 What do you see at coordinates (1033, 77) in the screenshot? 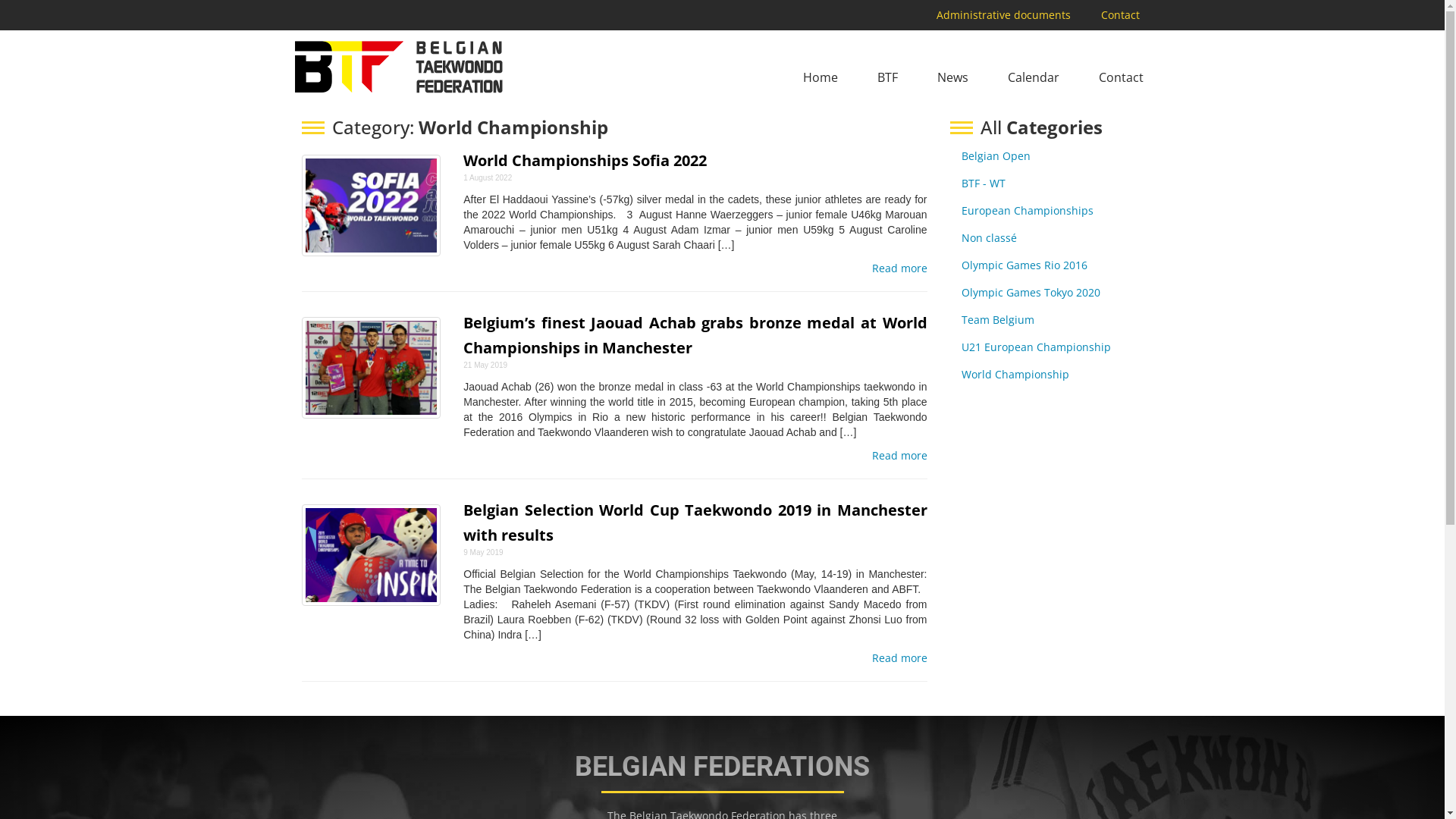
I see `'Calendar'` at bounding box center [1033, 77].